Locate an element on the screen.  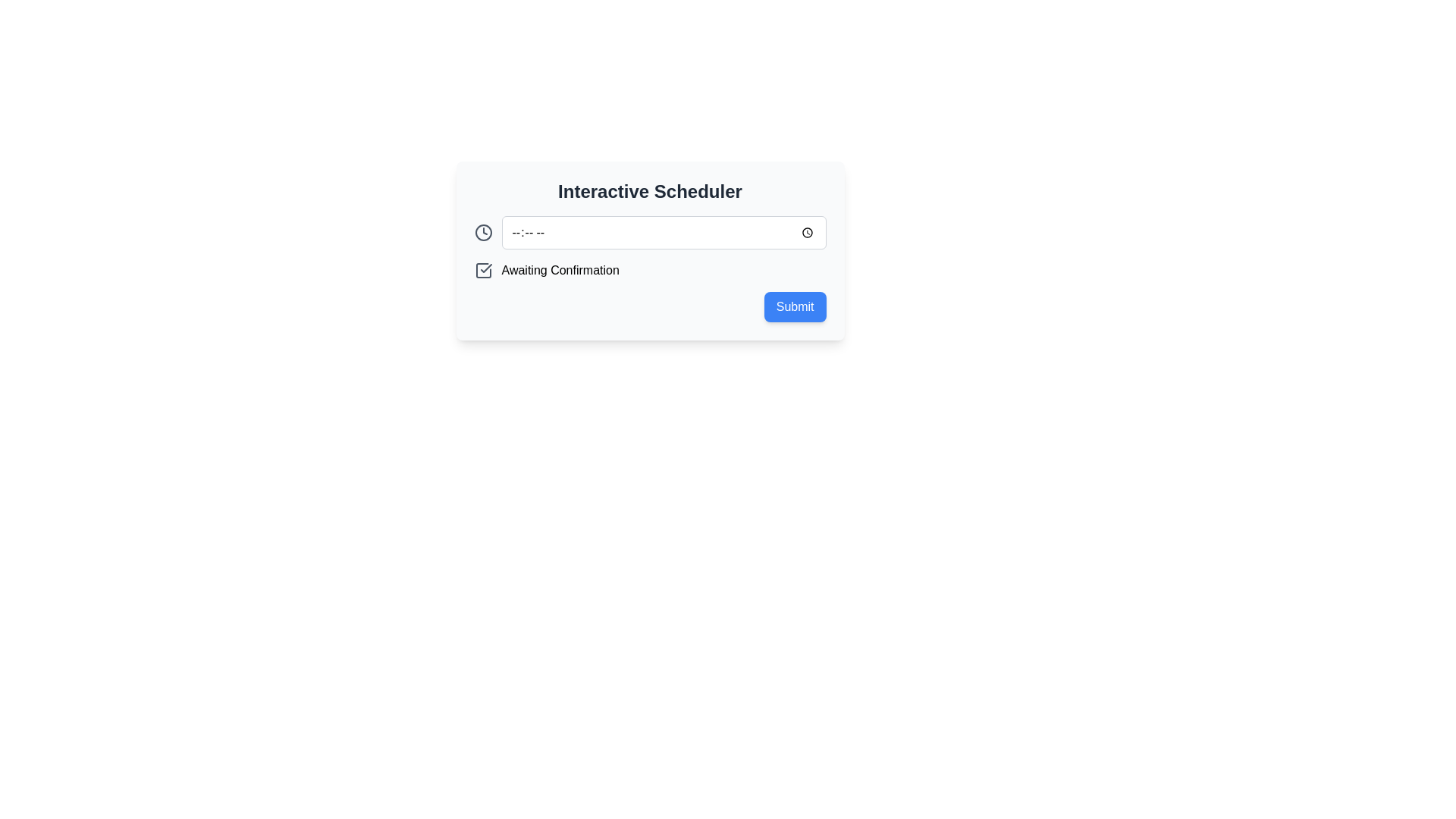
the SVG circle element representing the clock's boundary, which is visually depicted as the clock face on the left side of the input field displaying a placeholder '--:-- --' is located at coordinates (482, 233).